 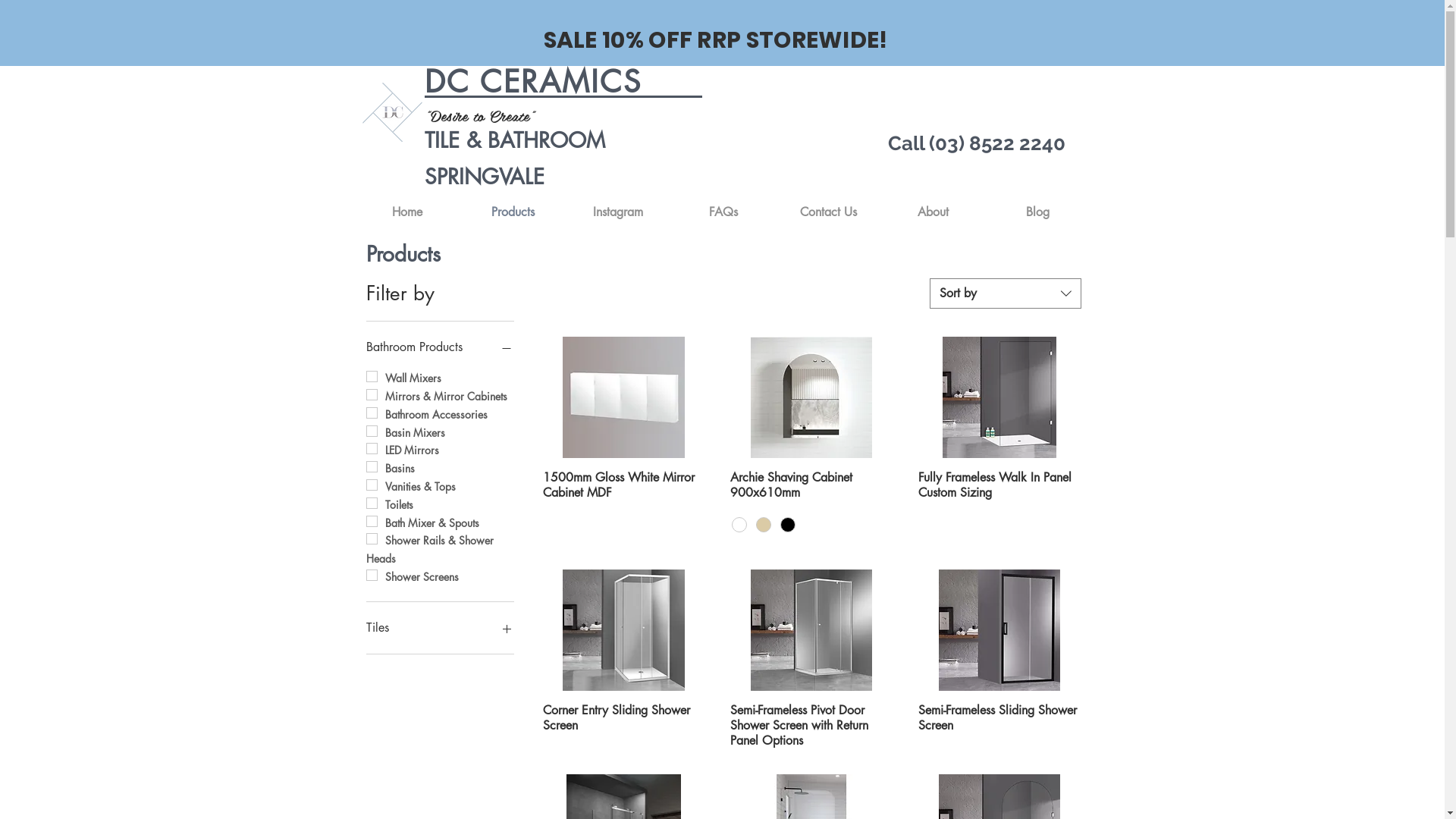 What do you see at coordinates (887, 143) in the screenshot?
I see `'Call (03) 8522 2240'` at bounding box center [887, 143].